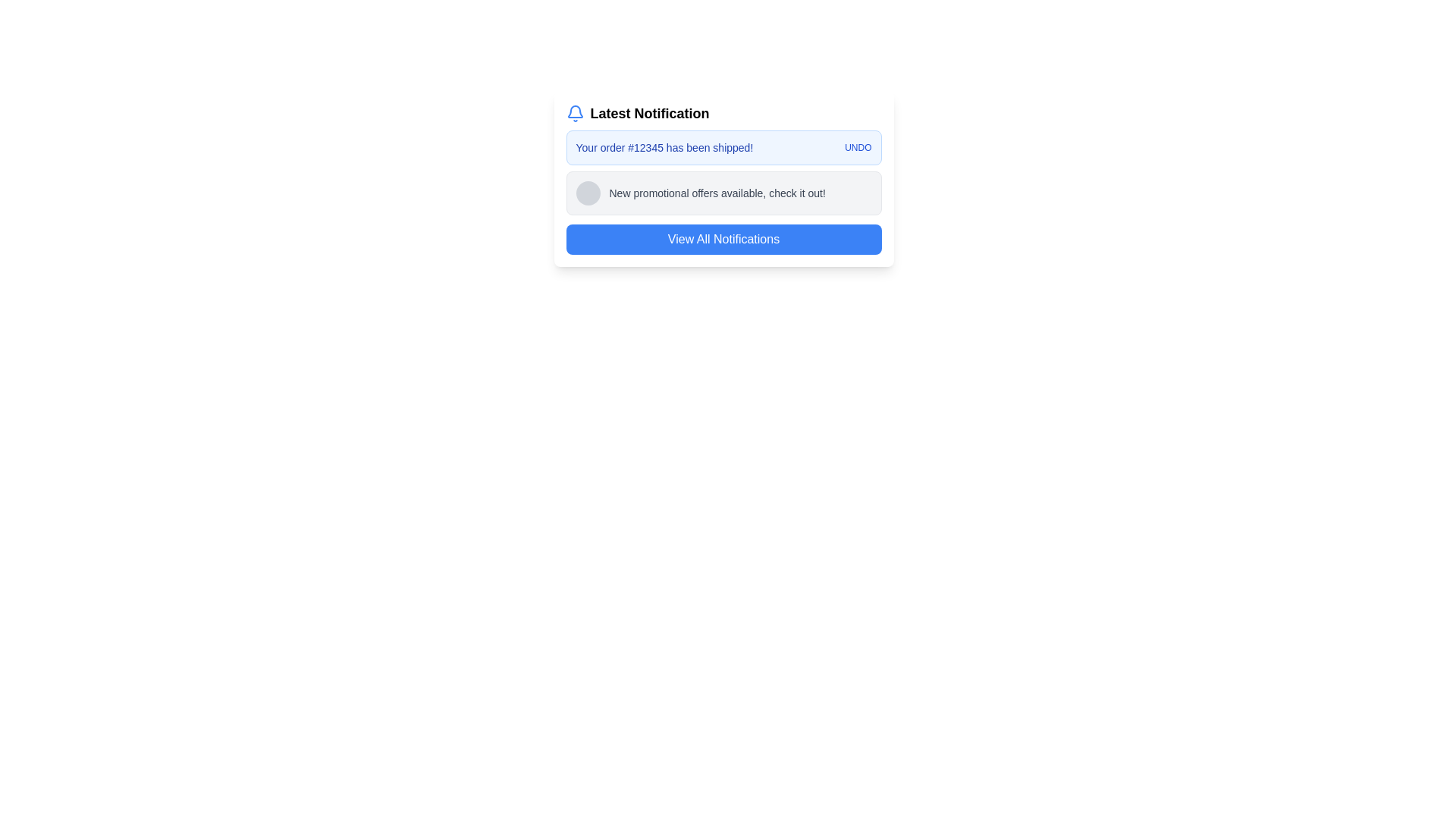  What do you see at coordinates (650, 113) in the screenshot?
I see `the 'Latest Notification' text label located in the notification panel, adjacent to the blue notification bell icon` at bounding box center [650, 113].